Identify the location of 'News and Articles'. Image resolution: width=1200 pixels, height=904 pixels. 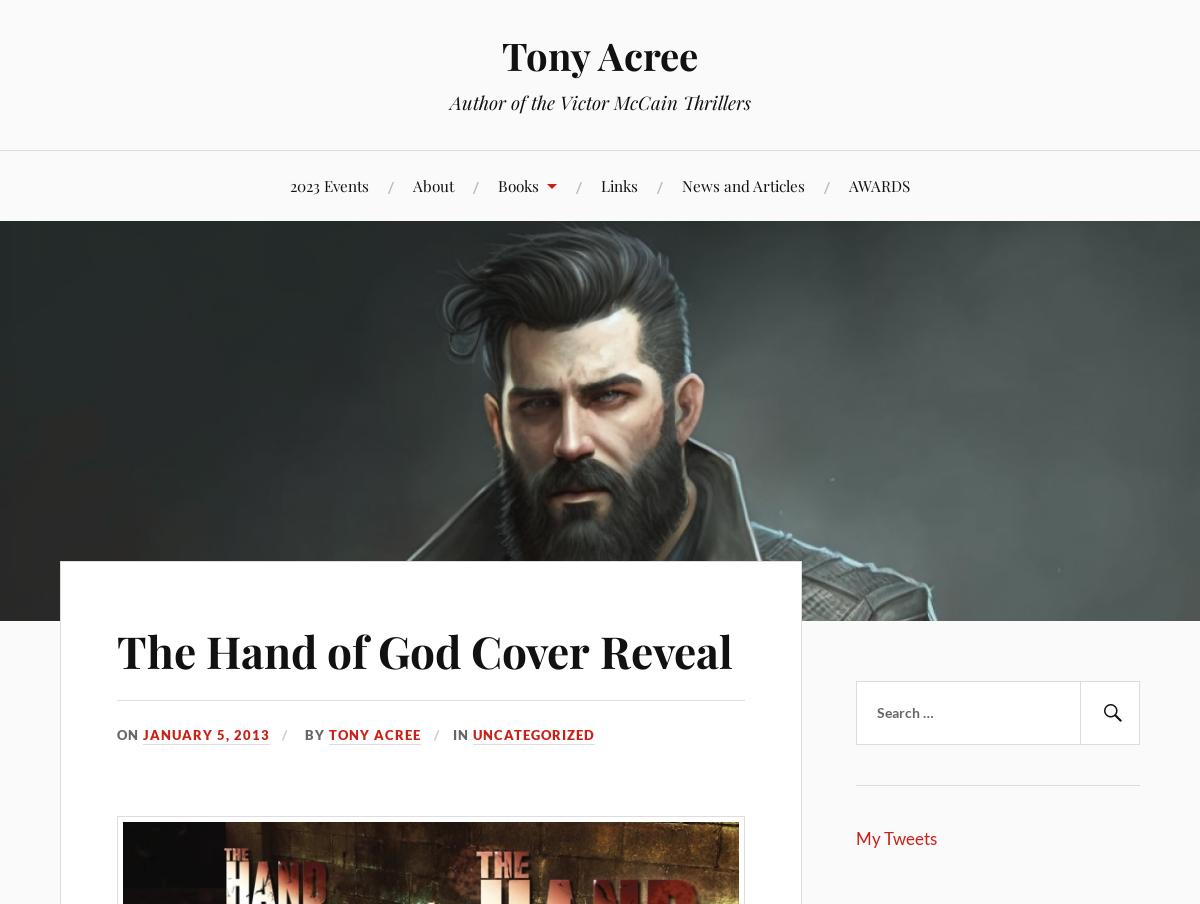
(681, 184).